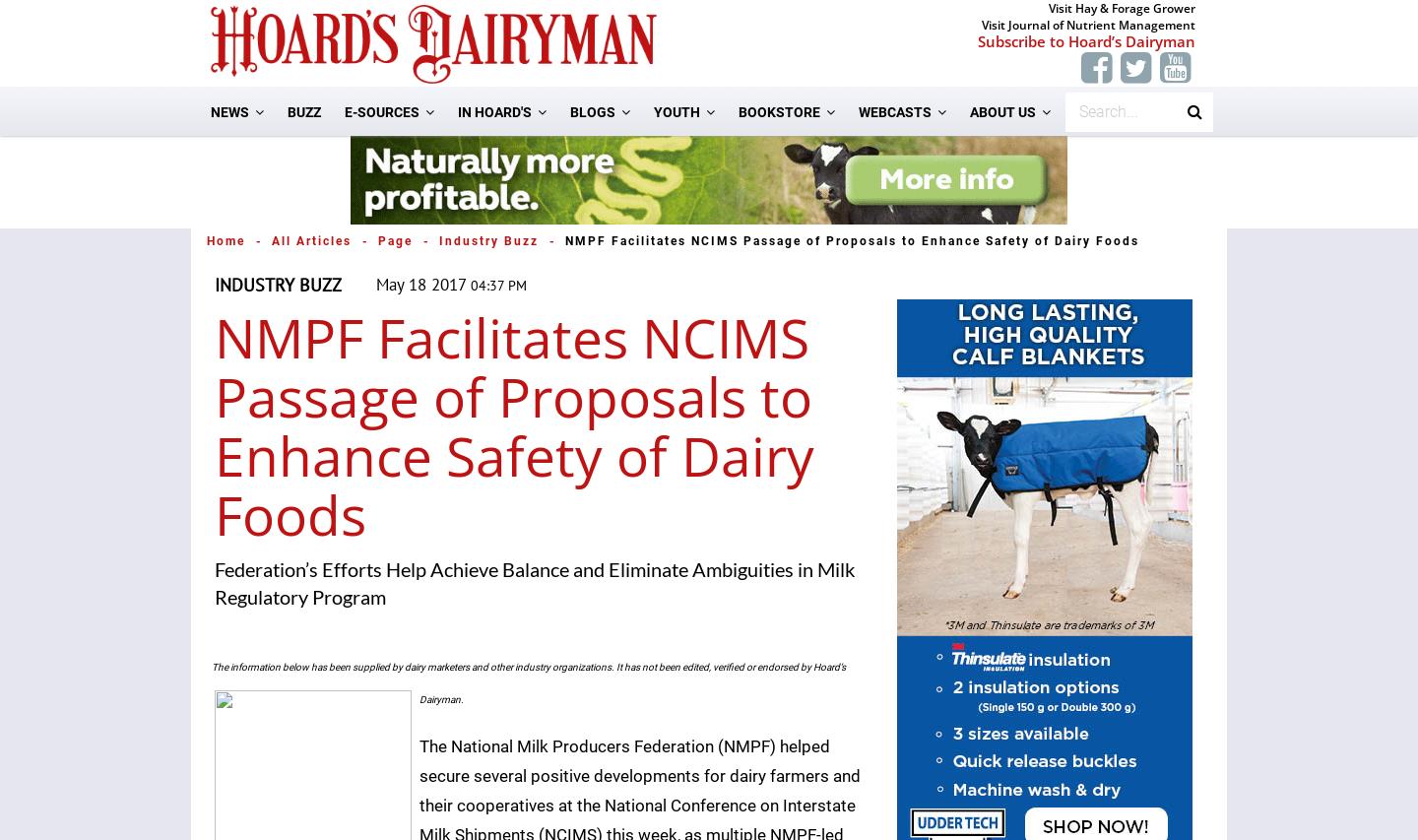 This screenshot has width=1418, height=840. What do you see at coordinates (971, 297) in the screenshot?
I see `'DairyLivestream Podcasts'` at bounding box center [971, 297].